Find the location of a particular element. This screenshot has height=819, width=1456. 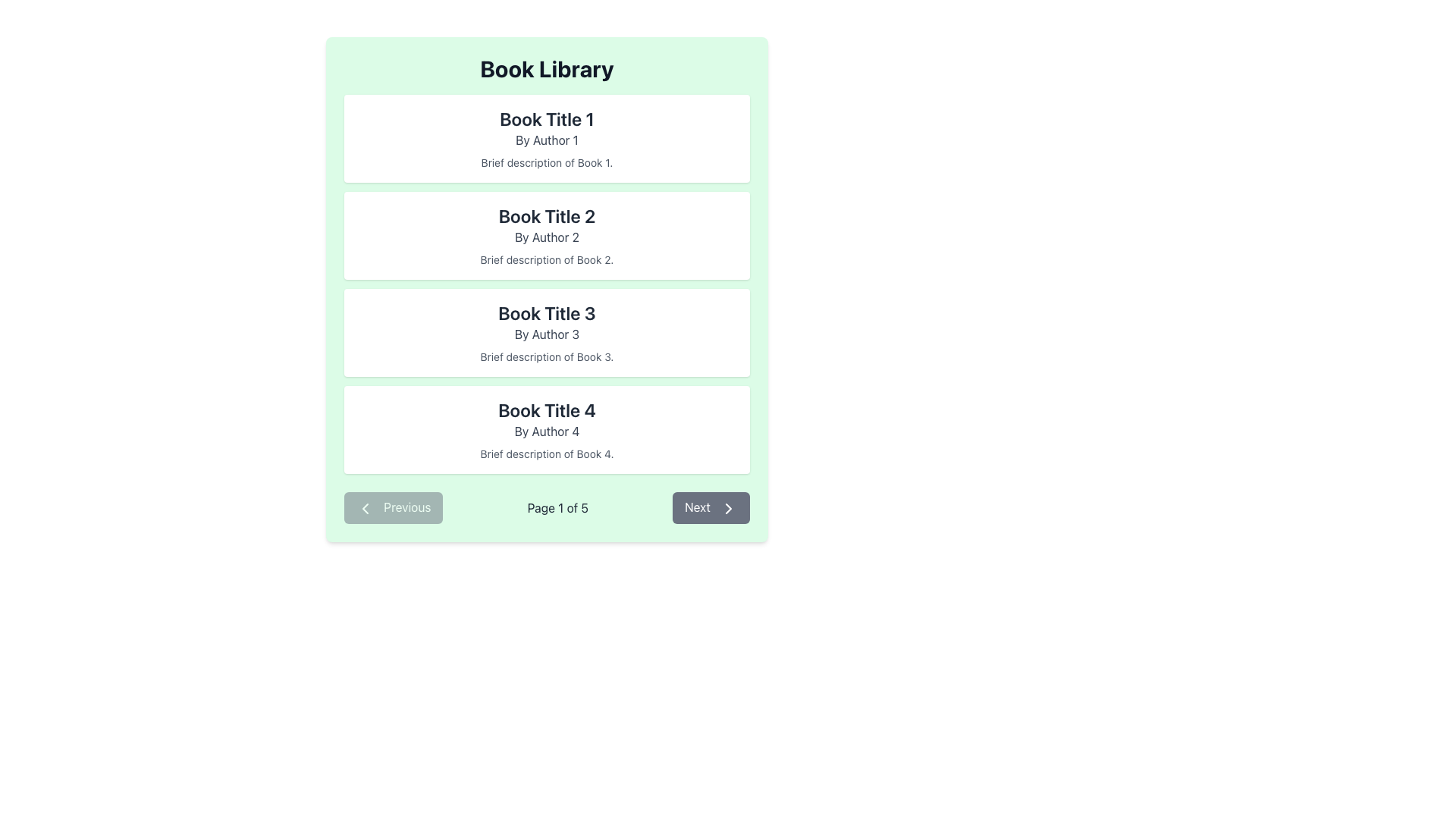

the text label indicating the author of the book, which is positioned below 'Book Title 1' and above 'Brief description of Book 1.' is located at coordinates (546, 140).